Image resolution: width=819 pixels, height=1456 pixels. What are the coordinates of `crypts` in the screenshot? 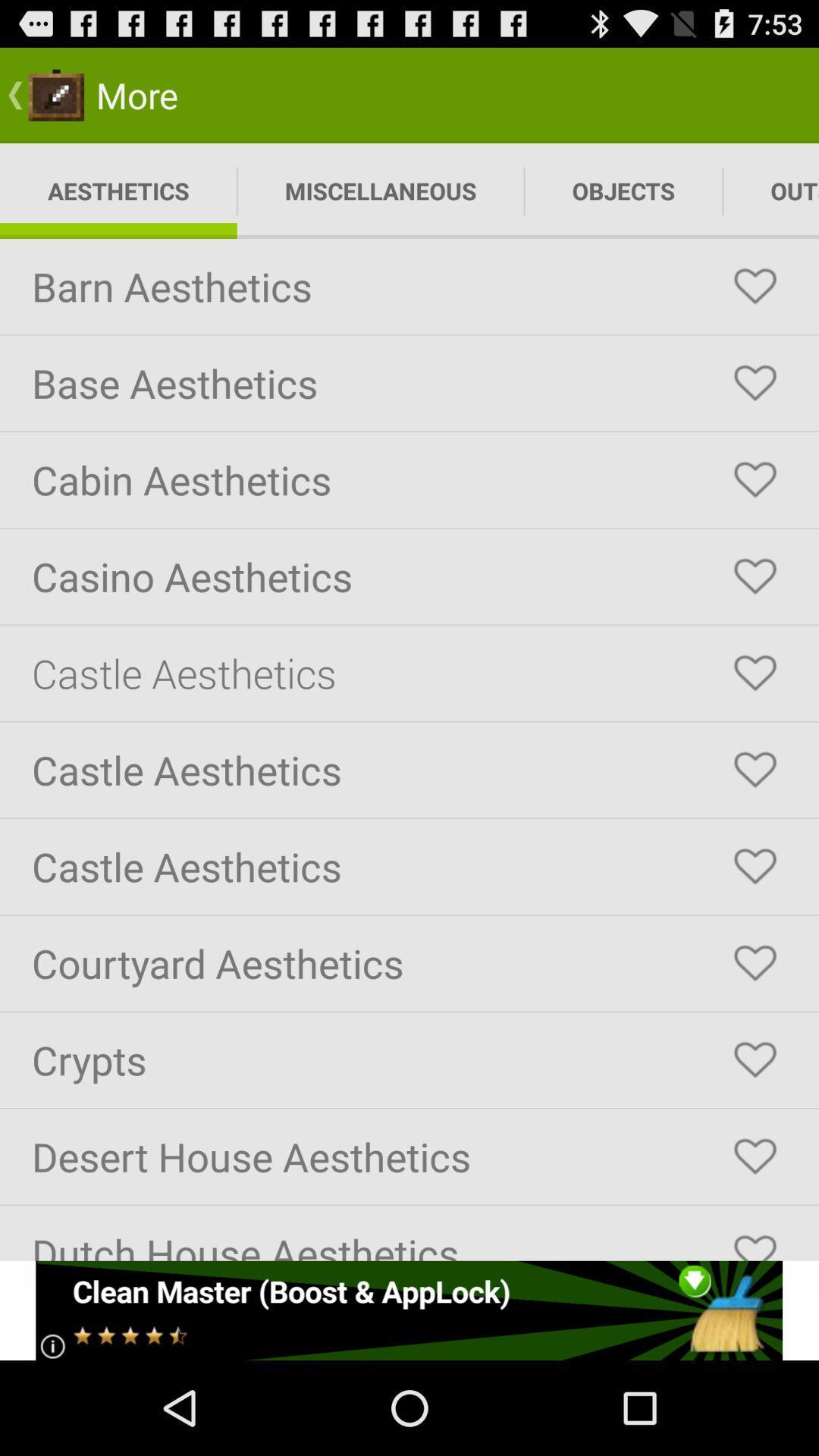 It's located at (755, 1059).